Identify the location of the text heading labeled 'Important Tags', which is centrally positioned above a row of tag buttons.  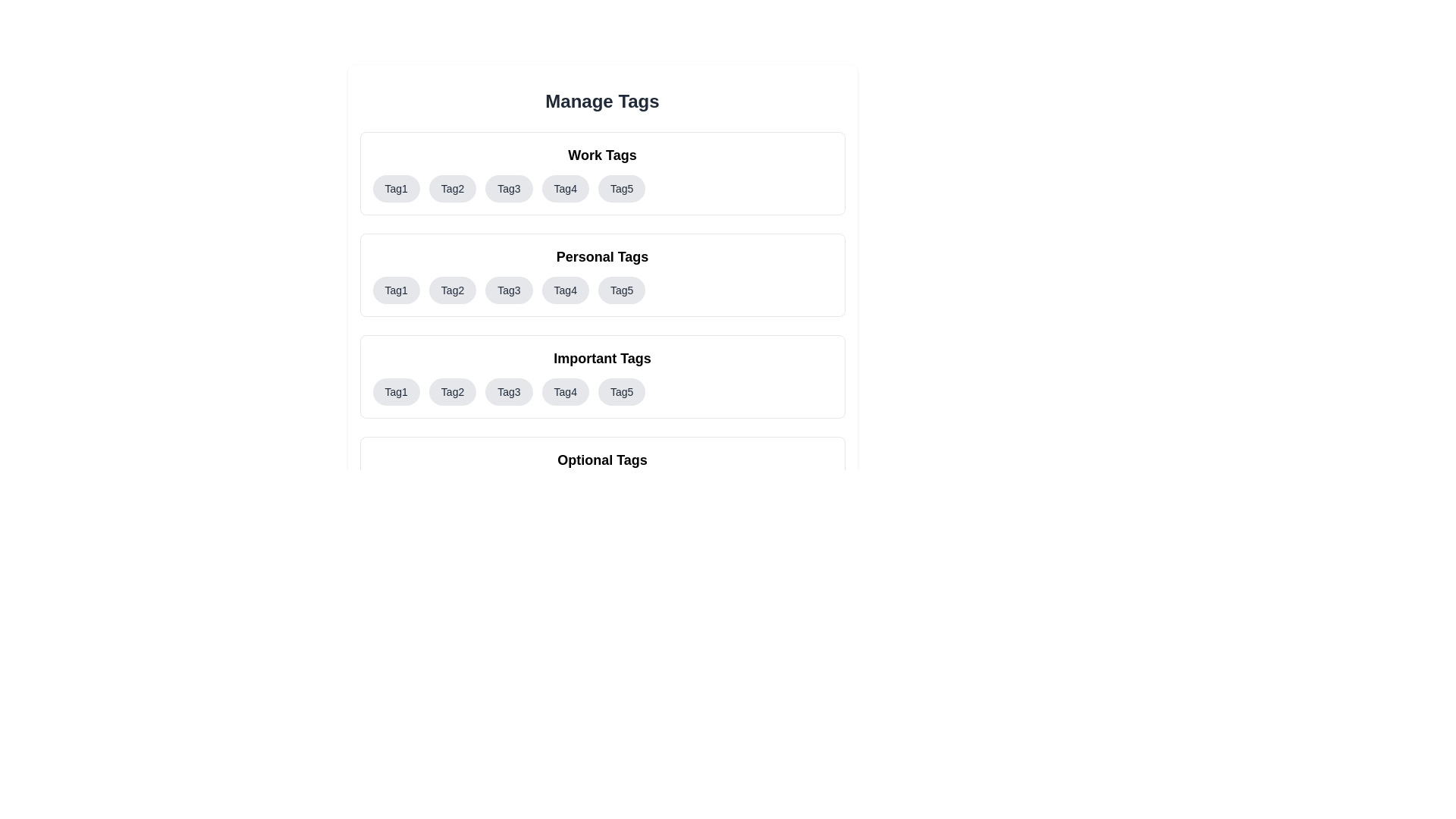
(601, 359).